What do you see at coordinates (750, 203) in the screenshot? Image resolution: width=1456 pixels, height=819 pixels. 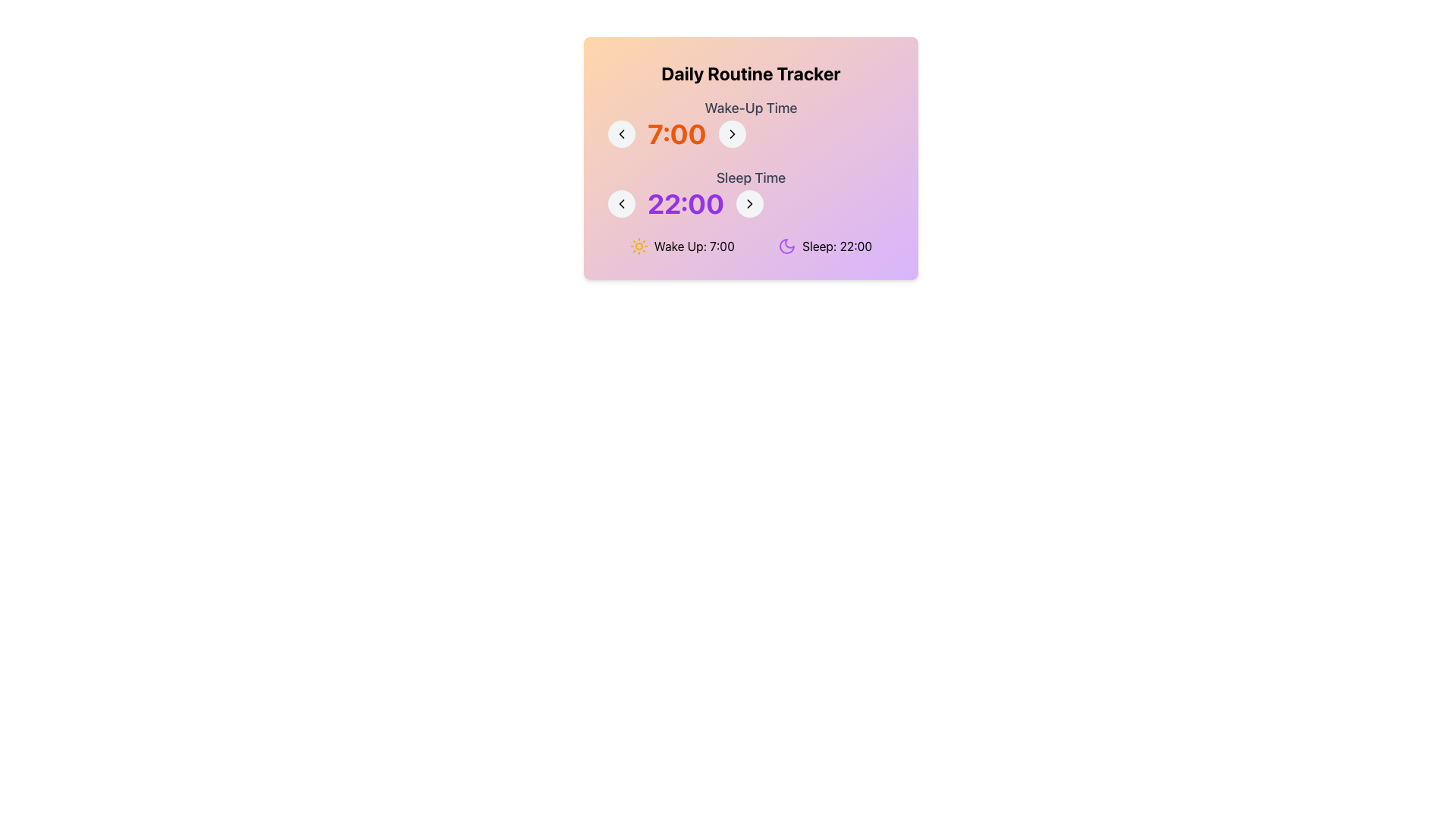 I see `the second button in the bottom-right section of the interface to increase the sleep time, located to the right of the 'Sleep Time' label and '22:00' text` at bounding box center [750, 203].